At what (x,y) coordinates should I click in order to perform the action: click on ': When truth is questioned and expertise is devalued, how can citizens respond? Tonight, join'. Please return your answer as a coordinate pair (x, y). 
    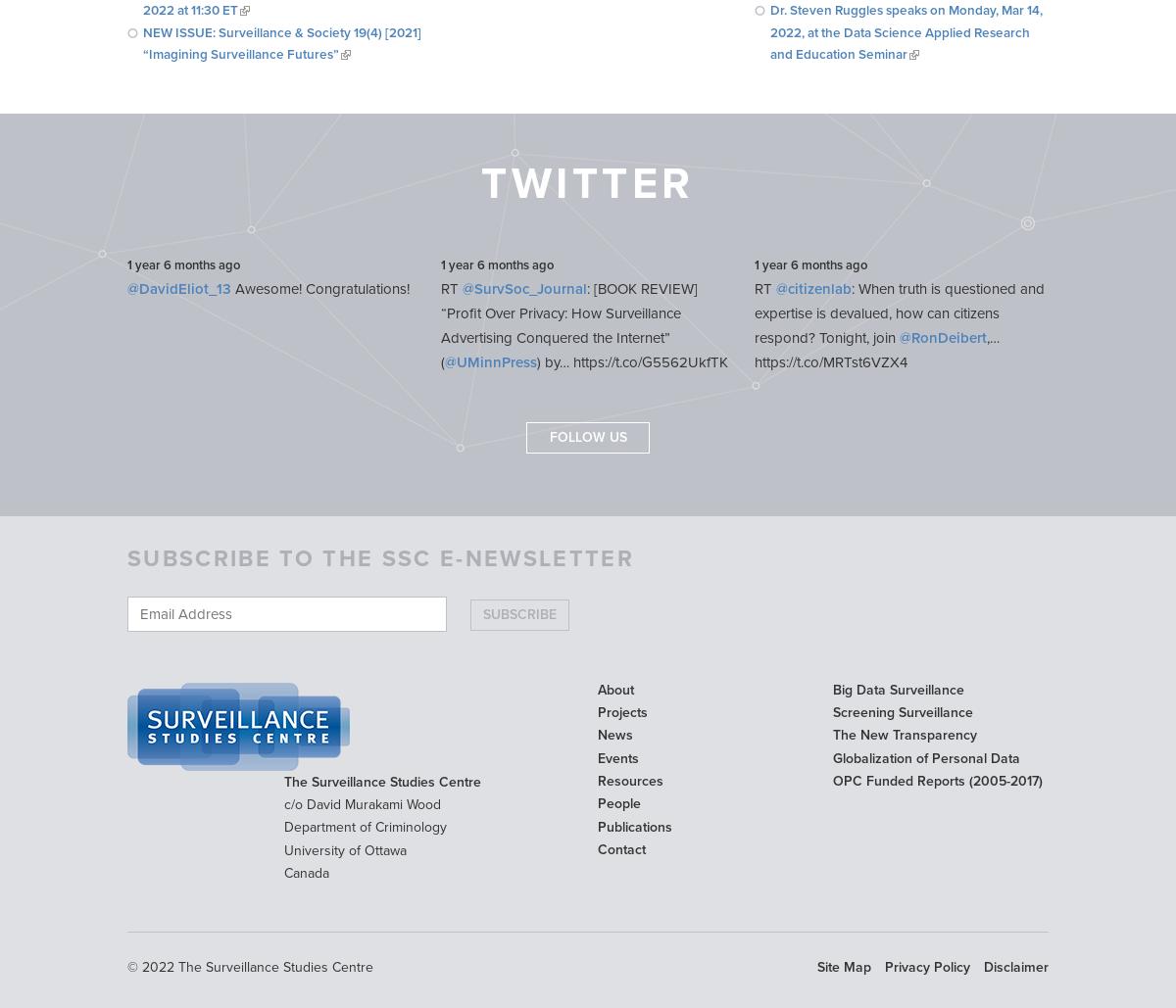
    Looking at the image, I should click on (900, 313).